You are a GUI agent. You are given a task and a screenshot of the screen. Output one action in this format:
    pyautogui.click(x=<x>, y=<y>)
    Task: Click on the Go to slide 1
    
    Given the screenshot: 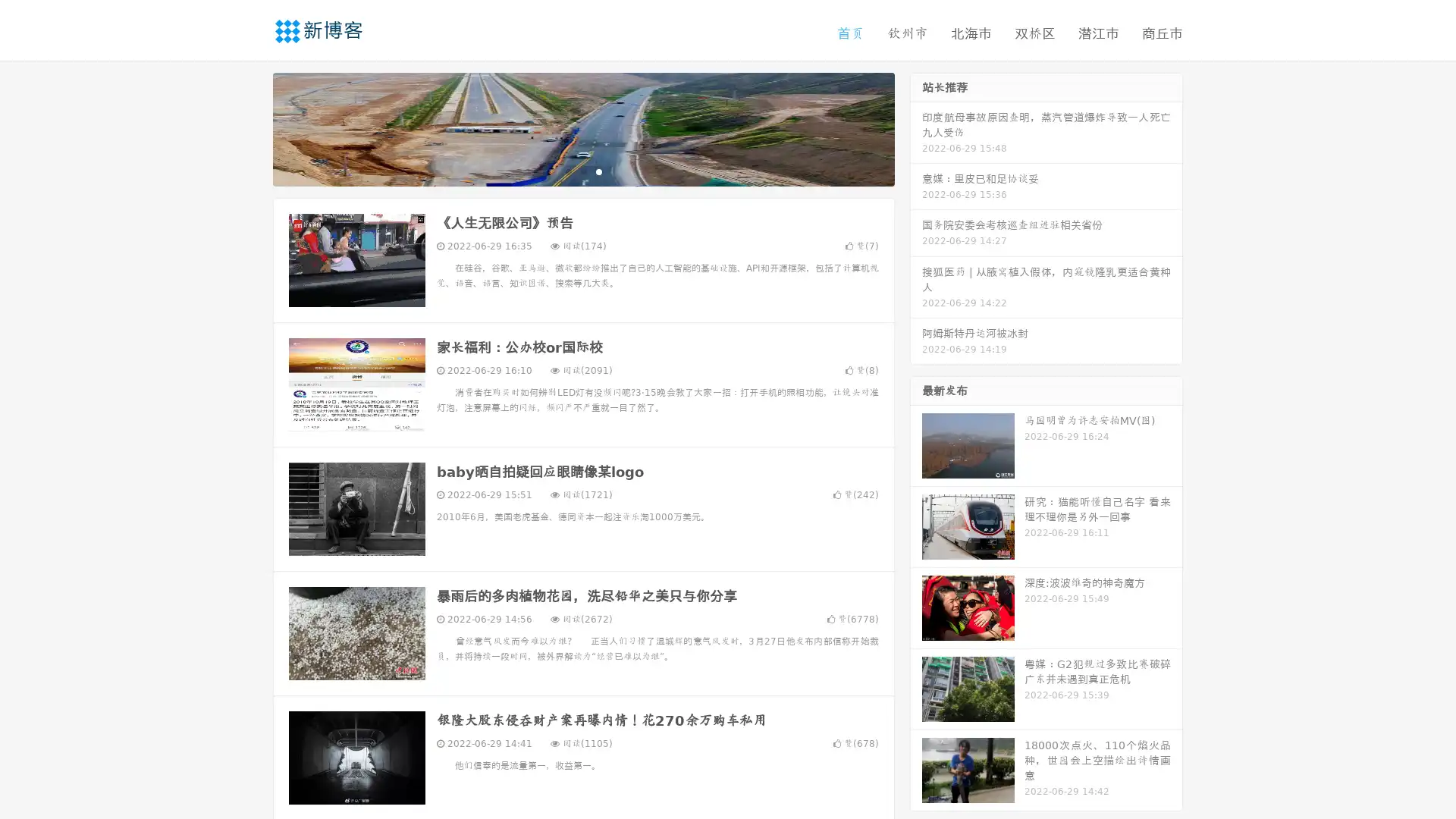 What is the action you would take?
    pyautogui.click(x=567, y=171)
    